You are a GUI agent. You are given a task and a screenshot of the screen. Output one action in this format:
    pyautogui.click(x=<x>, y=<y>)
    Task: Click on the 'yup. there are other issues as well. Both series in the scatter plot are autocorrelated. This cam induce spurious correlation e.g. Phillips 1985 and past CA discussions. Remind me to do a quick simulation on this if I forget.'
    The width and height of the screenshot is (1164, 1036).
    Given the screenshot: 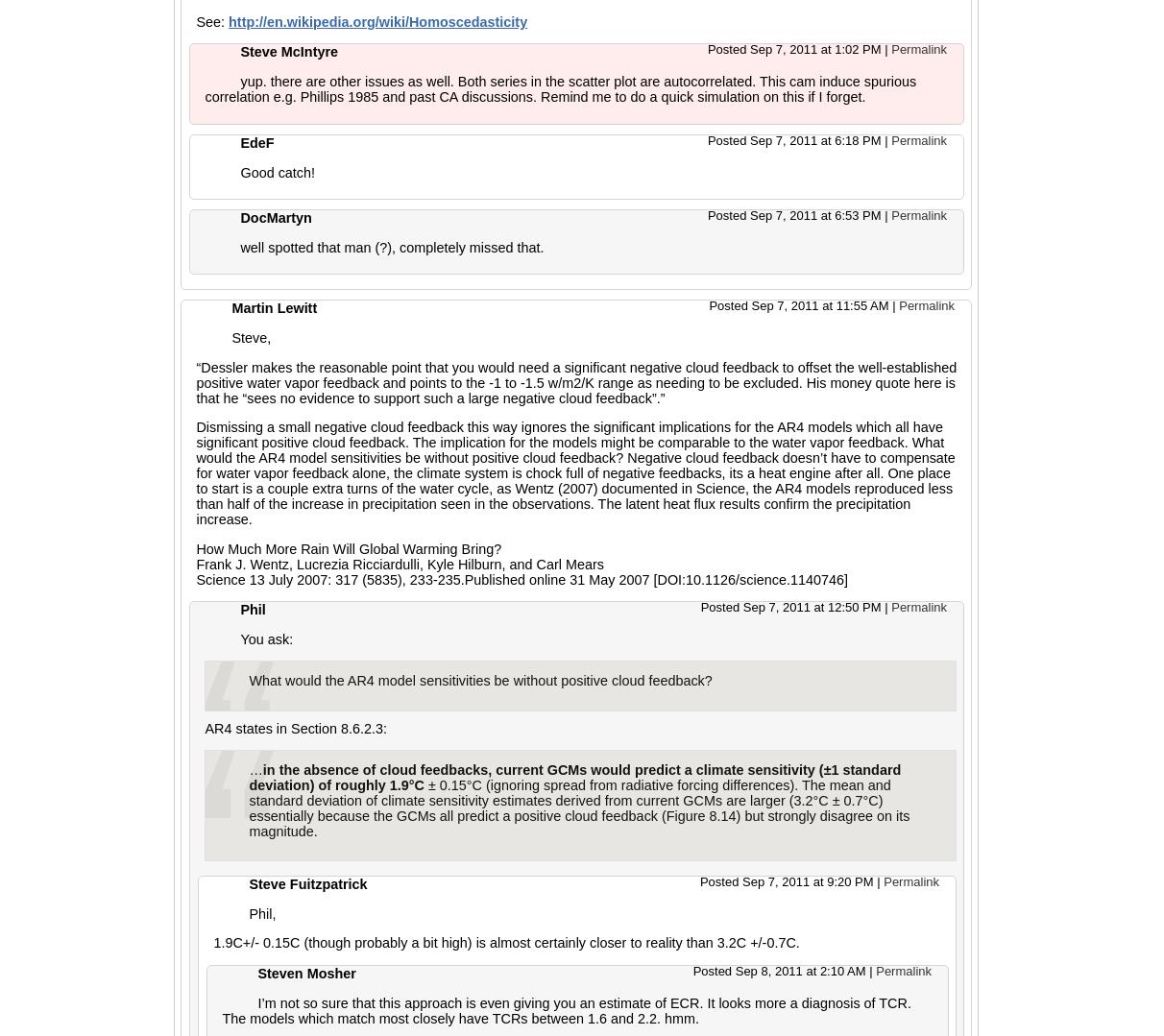 What is the action you would take?
    pyautogui.click(x=560, y=89)
    